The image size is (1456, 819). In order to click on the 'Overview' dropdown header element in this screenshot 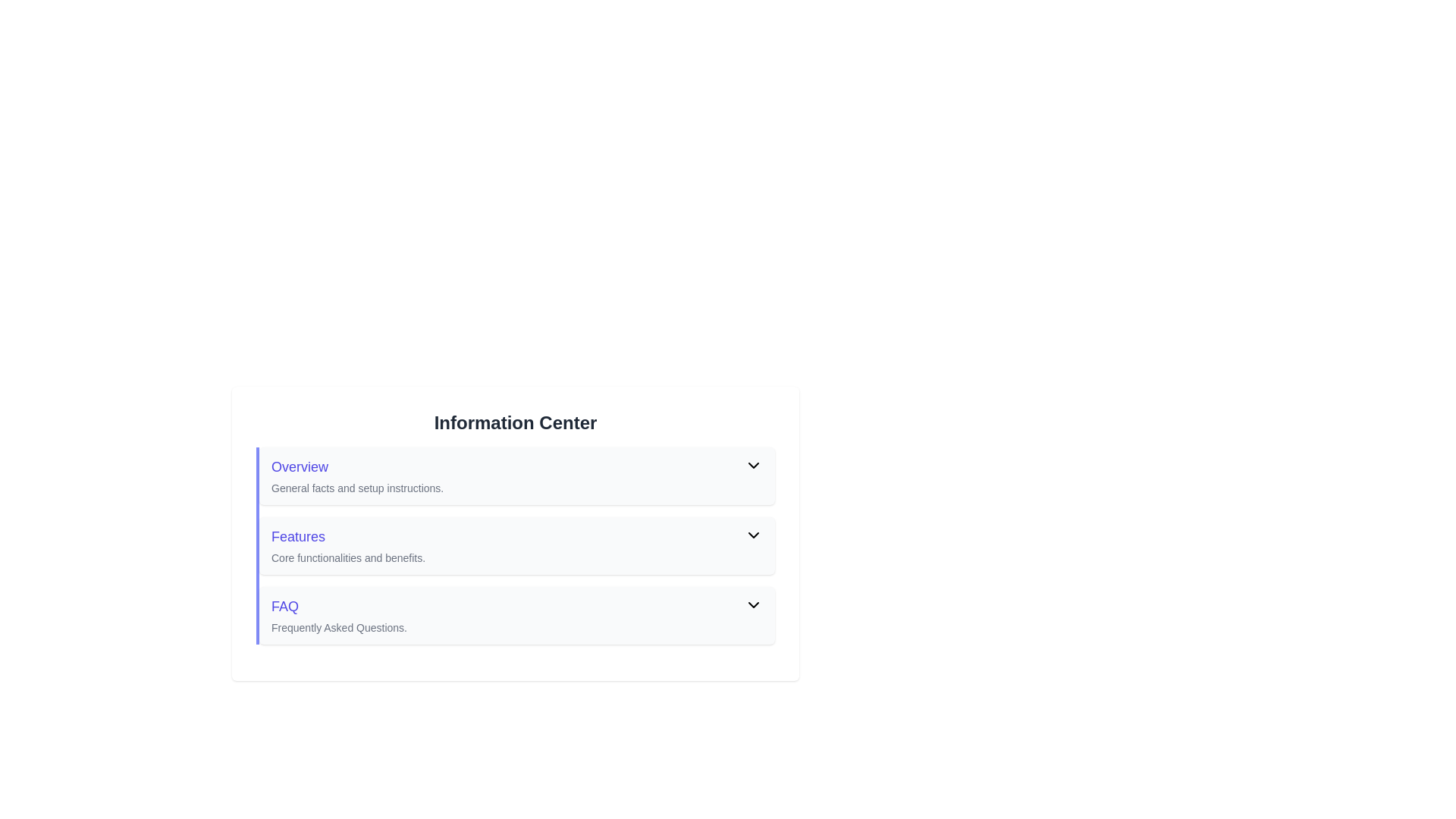, I will do `click(516, 475)`.